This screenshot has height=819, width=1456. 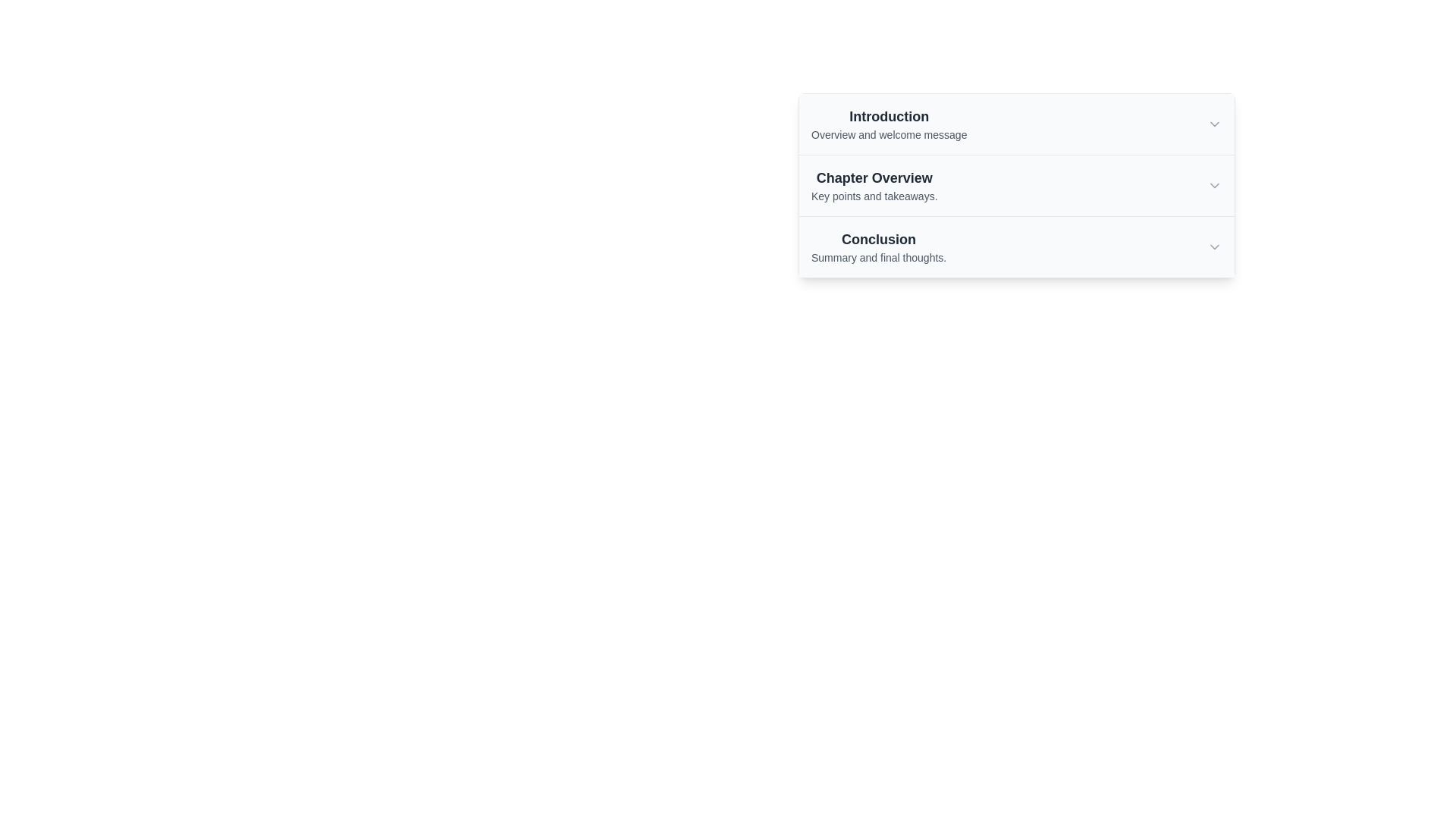 What do you see at coordinates (874, 185) in the screenshot?
I see `the text block containing the heading and description, positioned below 'Introduction' and above 'Conclusion', with a light gray background` at bounding box center [874, 185].